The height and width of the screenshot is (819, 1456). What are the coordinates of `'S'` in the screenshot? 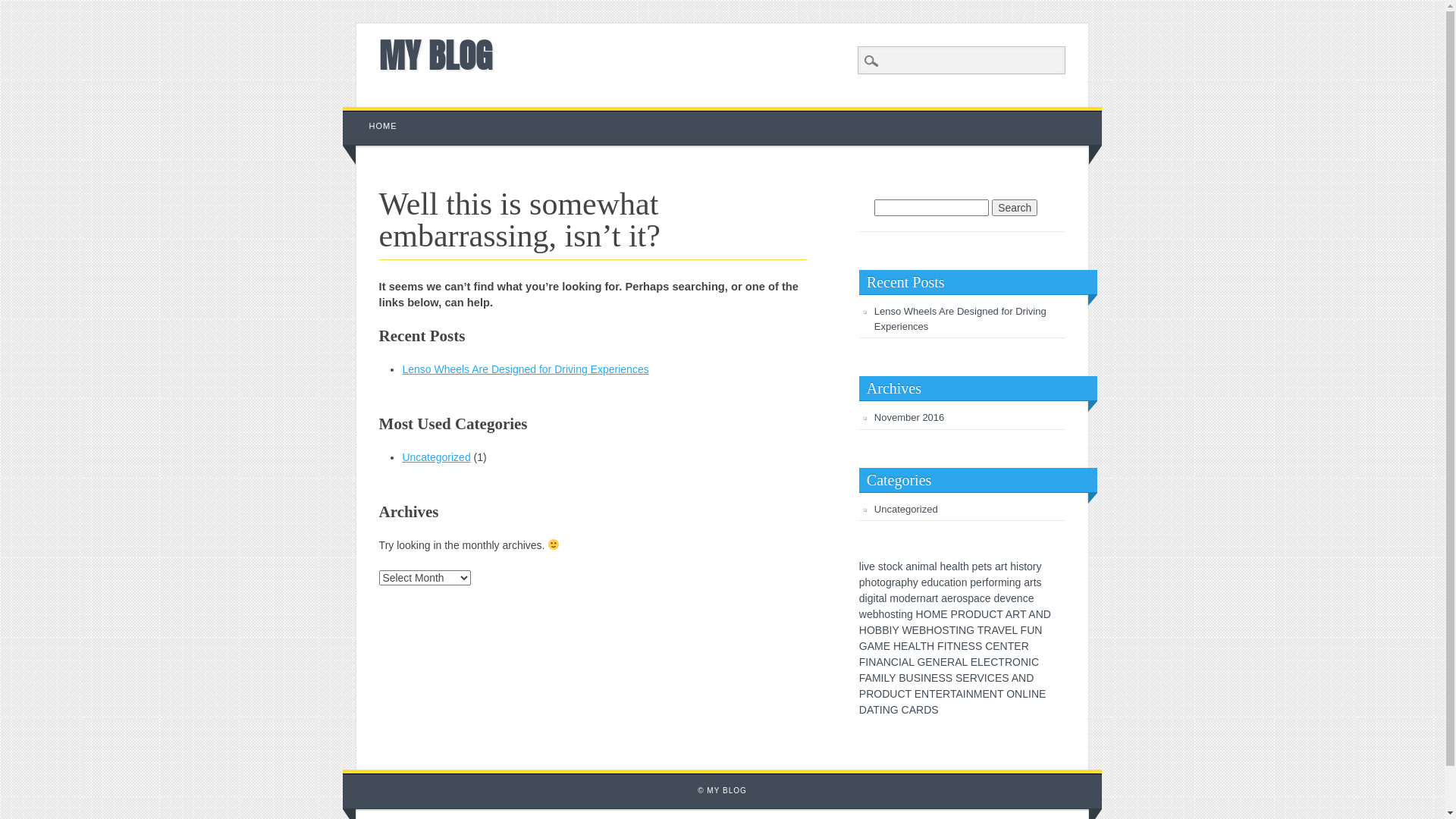 It's located at (934, 710).